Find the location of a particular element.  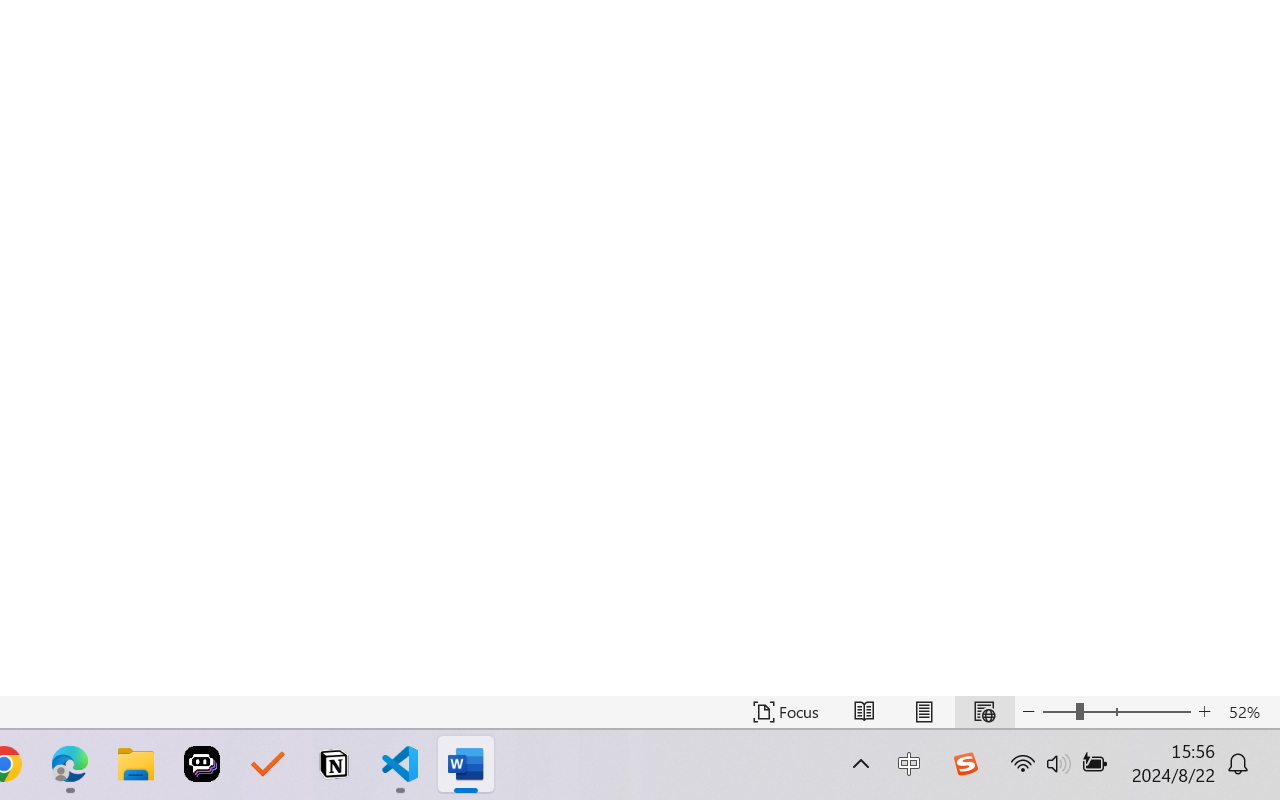

'Zoom Out' is located at coordinates (1058, 711).